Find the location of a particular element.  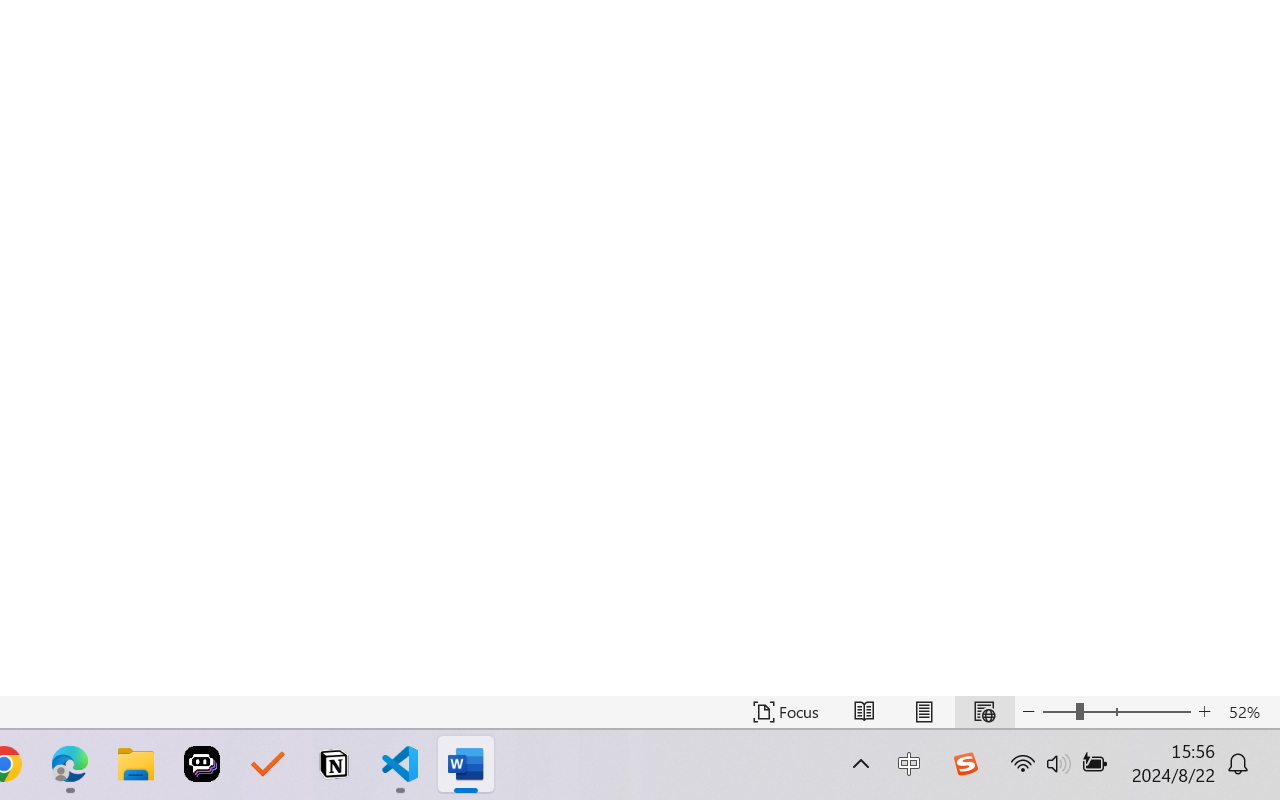

'Zoom Out' is located at coordinates (1058, 711).